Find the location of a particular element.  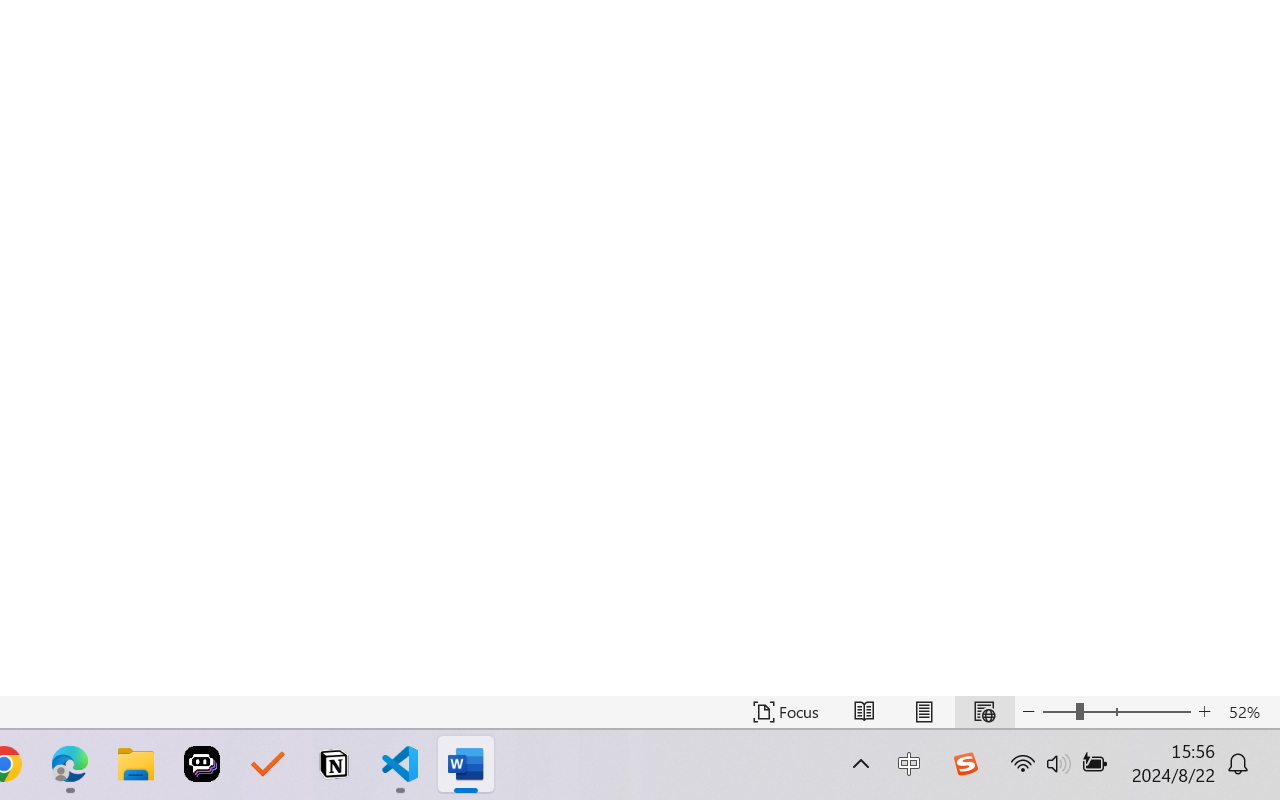

'Zoom Out' is located at coordinates (1058, 711).